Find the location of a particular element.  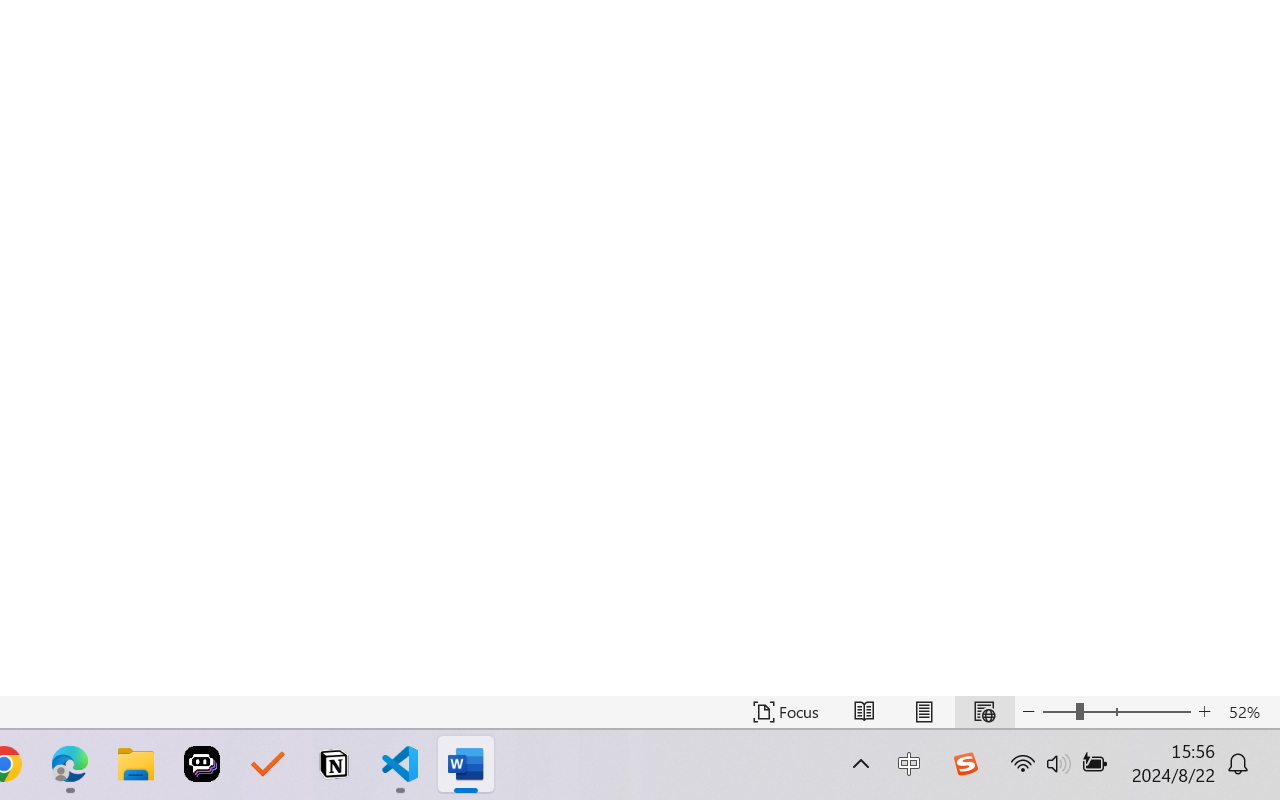

'Zoom Out' is located at coordinates (1058, 711).